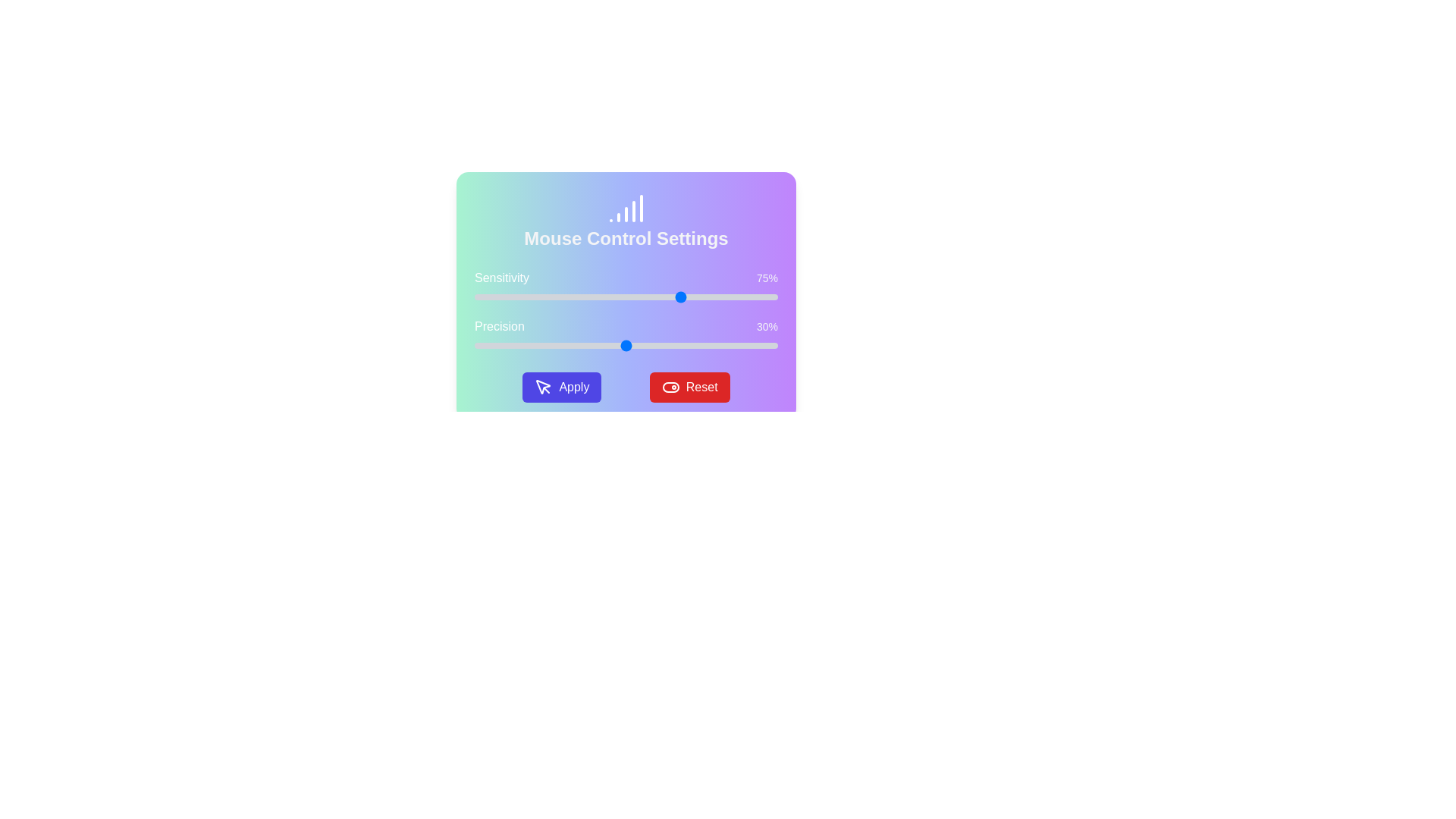 This screenshot has height=819, width=1456. I want to click on the precision, so click(497, 345).